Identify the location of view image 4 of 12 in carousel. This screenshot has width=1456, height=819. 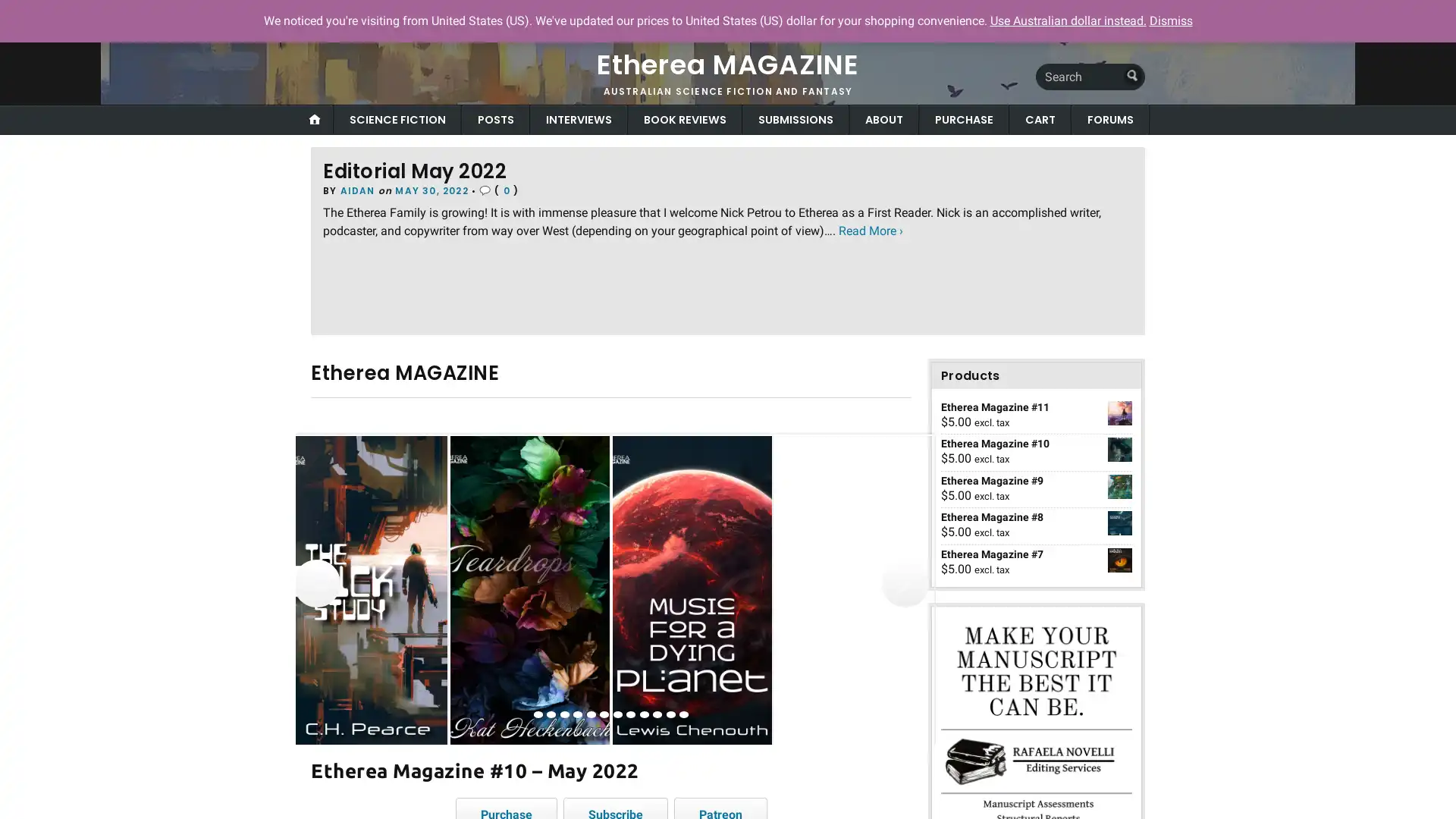
(577, 714).